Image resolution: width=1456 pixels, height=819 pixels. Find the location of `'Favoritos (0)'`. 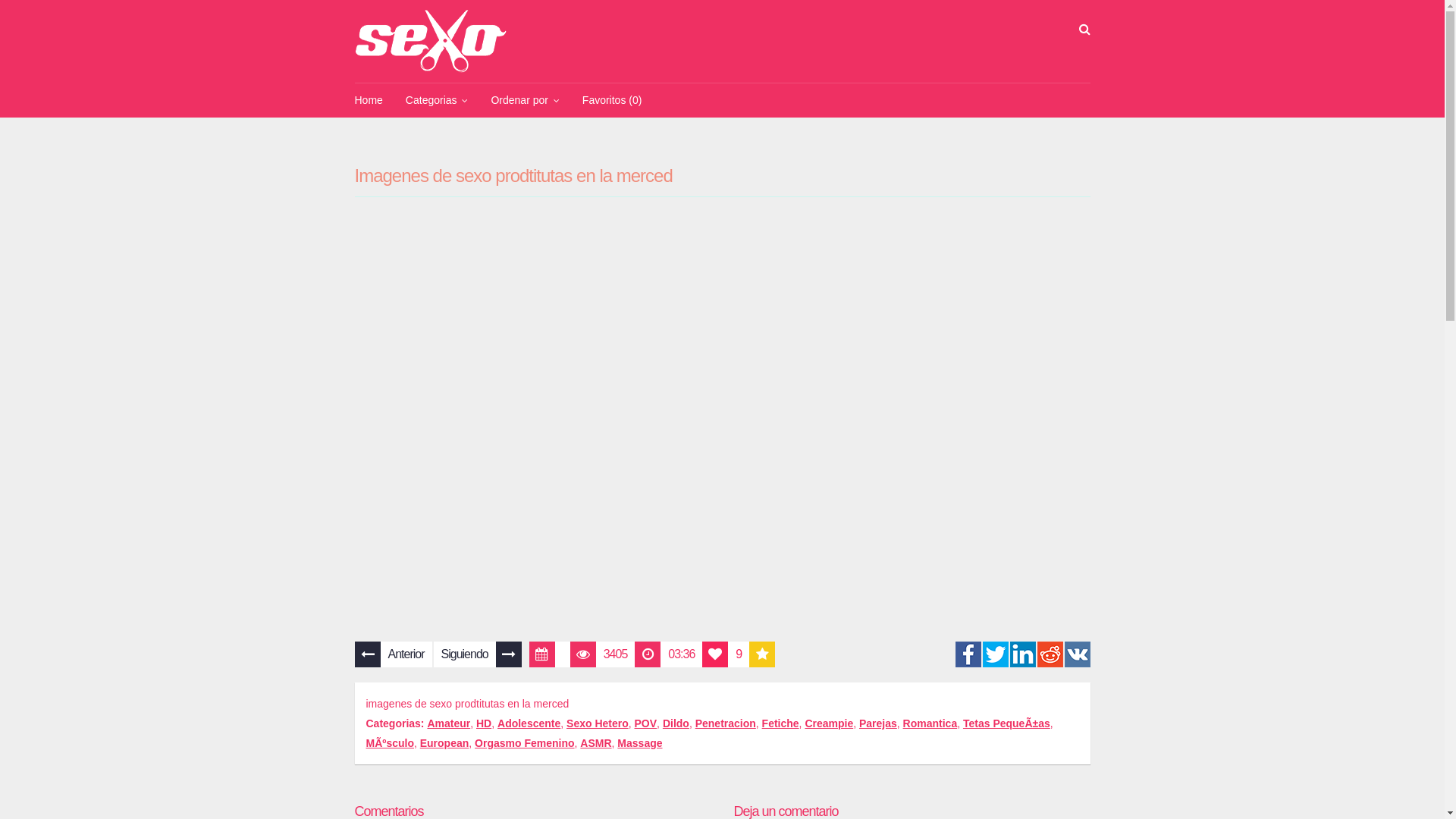

'Favoritos (0)' is located at coordinates (612, 100).